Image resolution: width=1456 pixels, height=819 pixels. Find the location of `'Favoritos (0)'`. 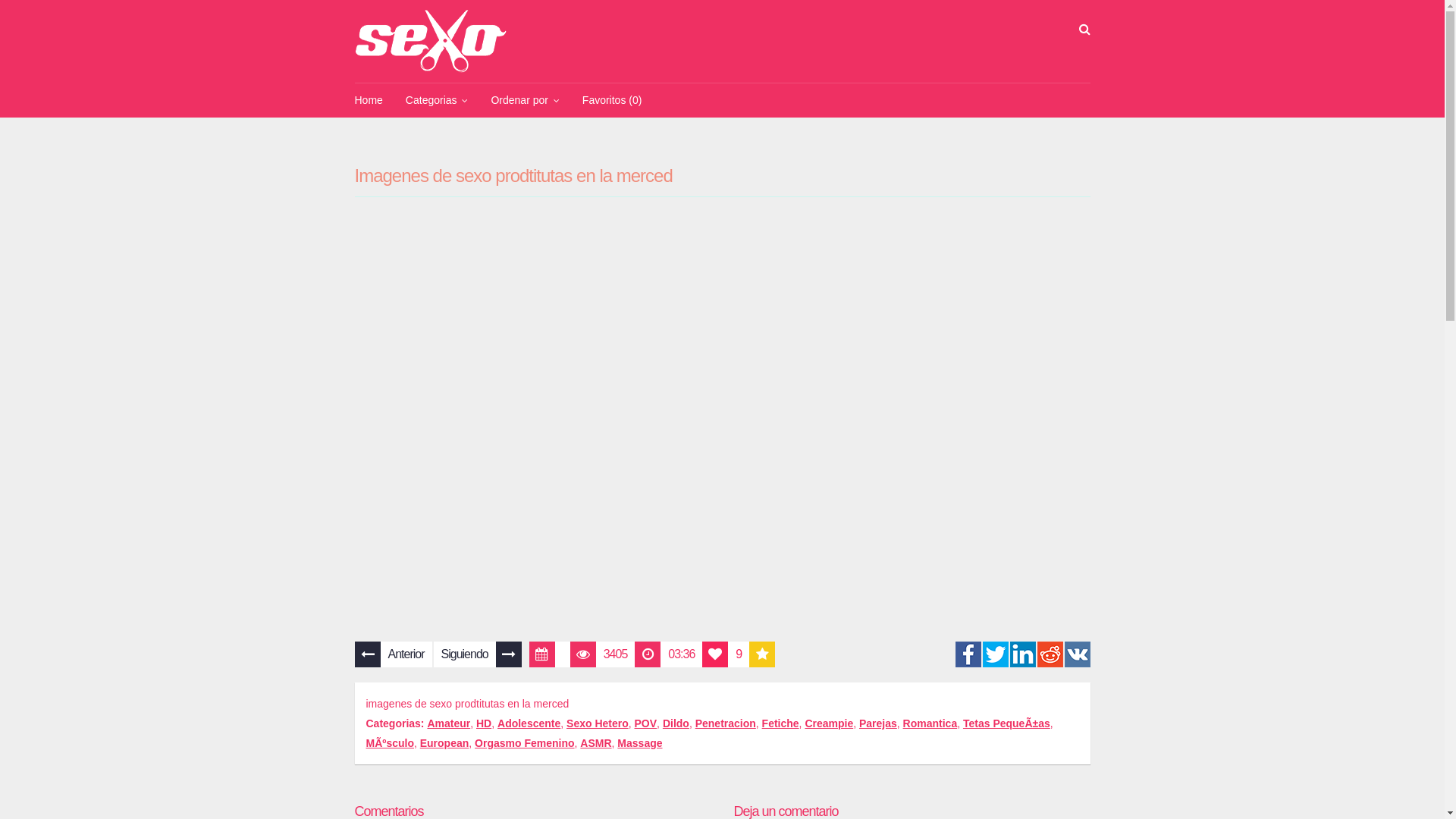

'Favoritos (0)' is located at coordinates (612, 100).